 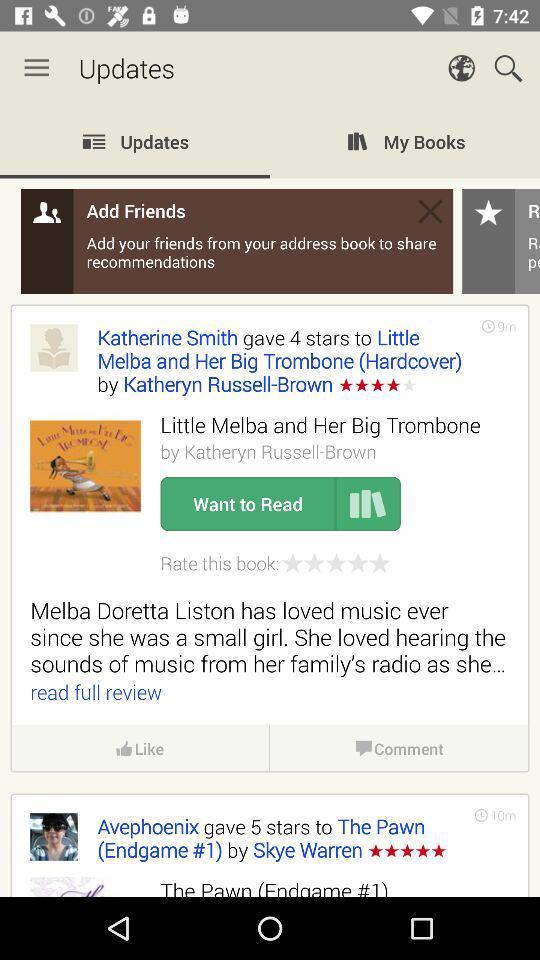 I want to click on display use zone, so click(x=270, y=500).